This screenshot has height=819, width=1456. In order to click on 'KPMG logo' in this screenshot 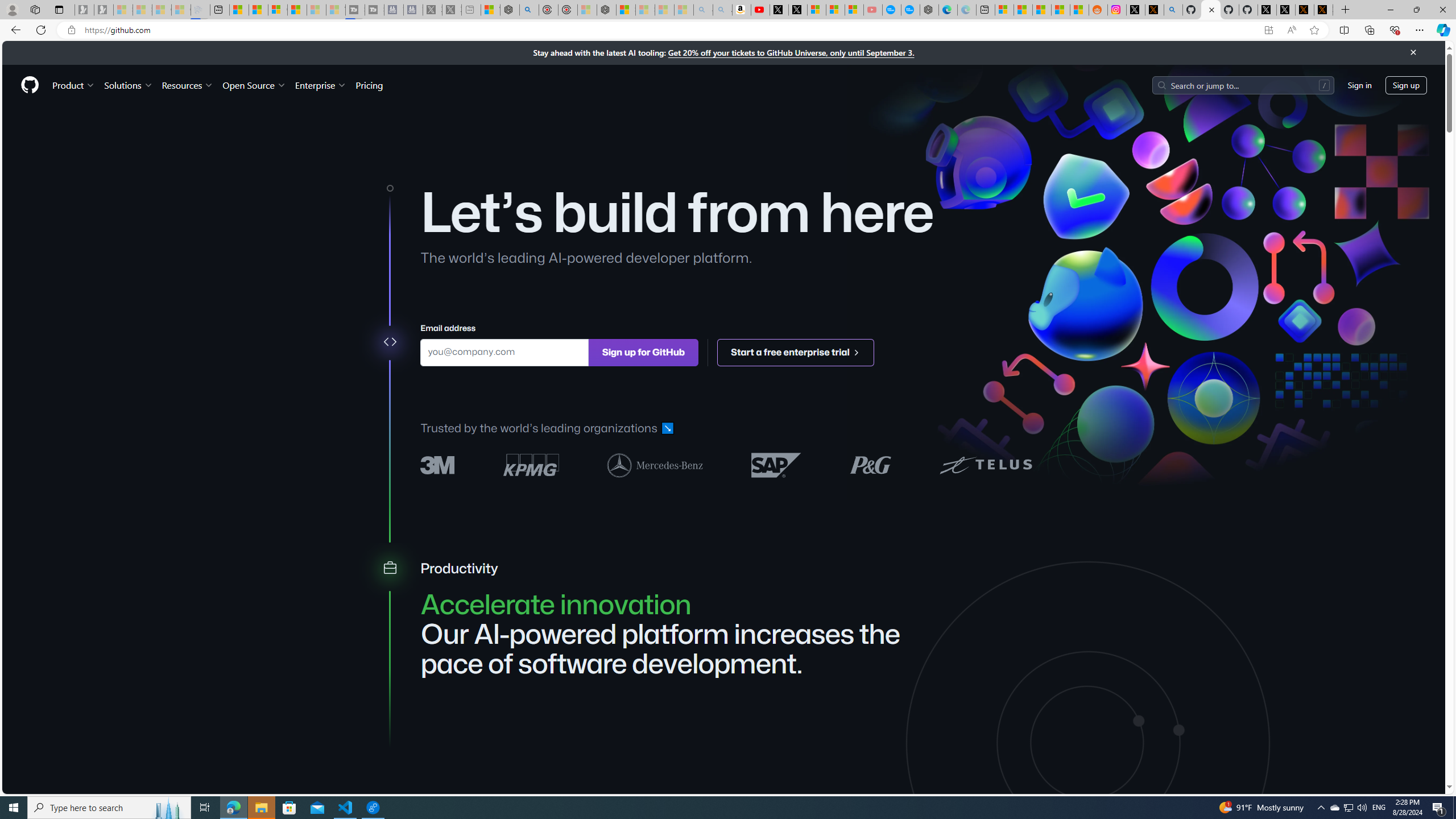, I will do `click(531, 464)`.